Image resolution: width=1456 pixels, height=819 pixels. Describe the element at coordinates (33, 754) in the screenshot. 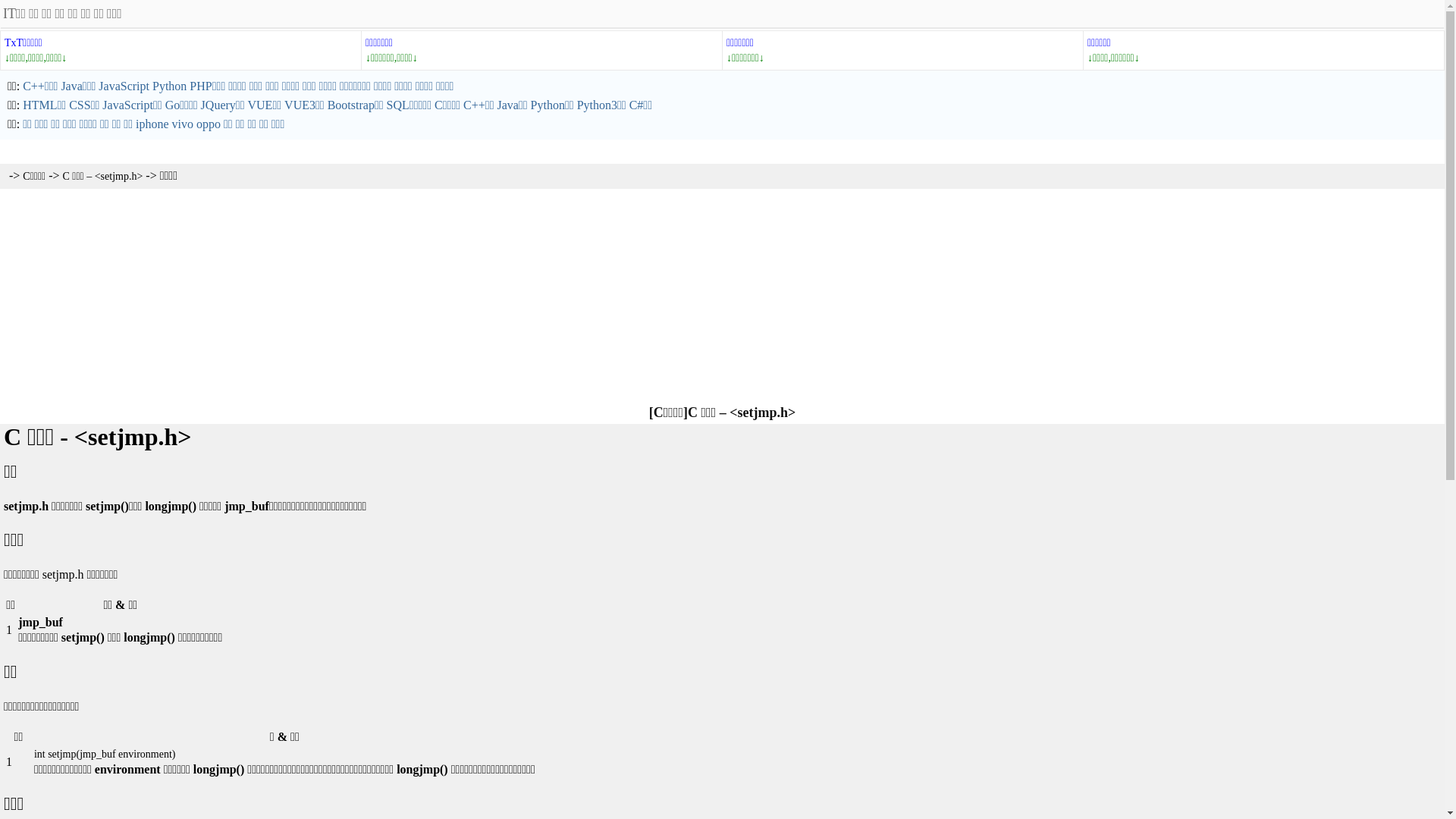

I see `'int setjmp(jmp_buf environment)'` at that location.